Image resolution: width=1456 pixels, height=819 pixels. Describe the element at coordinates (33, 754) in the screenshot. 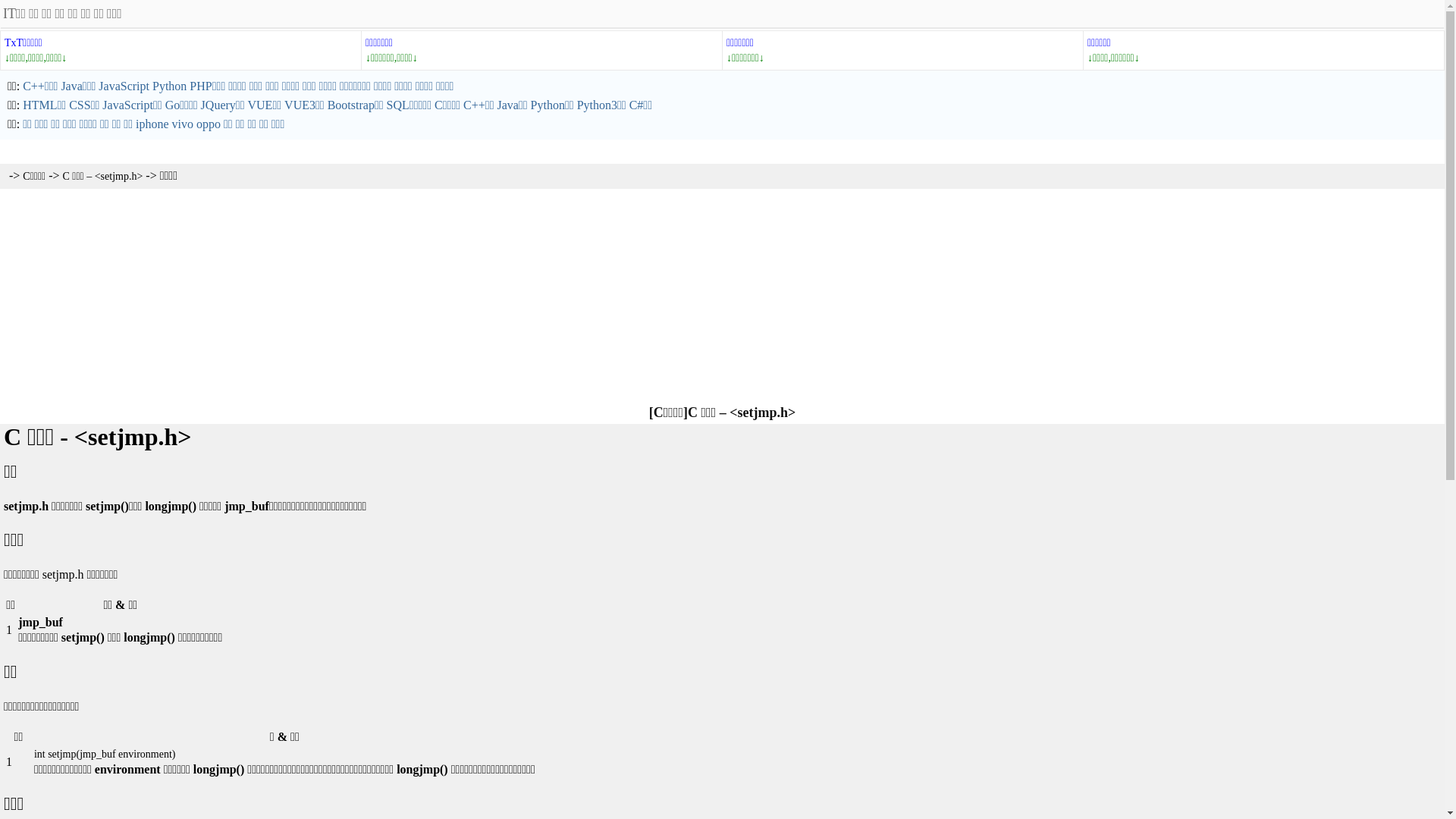

I see `'int setjmp(jmp_buf environment)'` at that location.